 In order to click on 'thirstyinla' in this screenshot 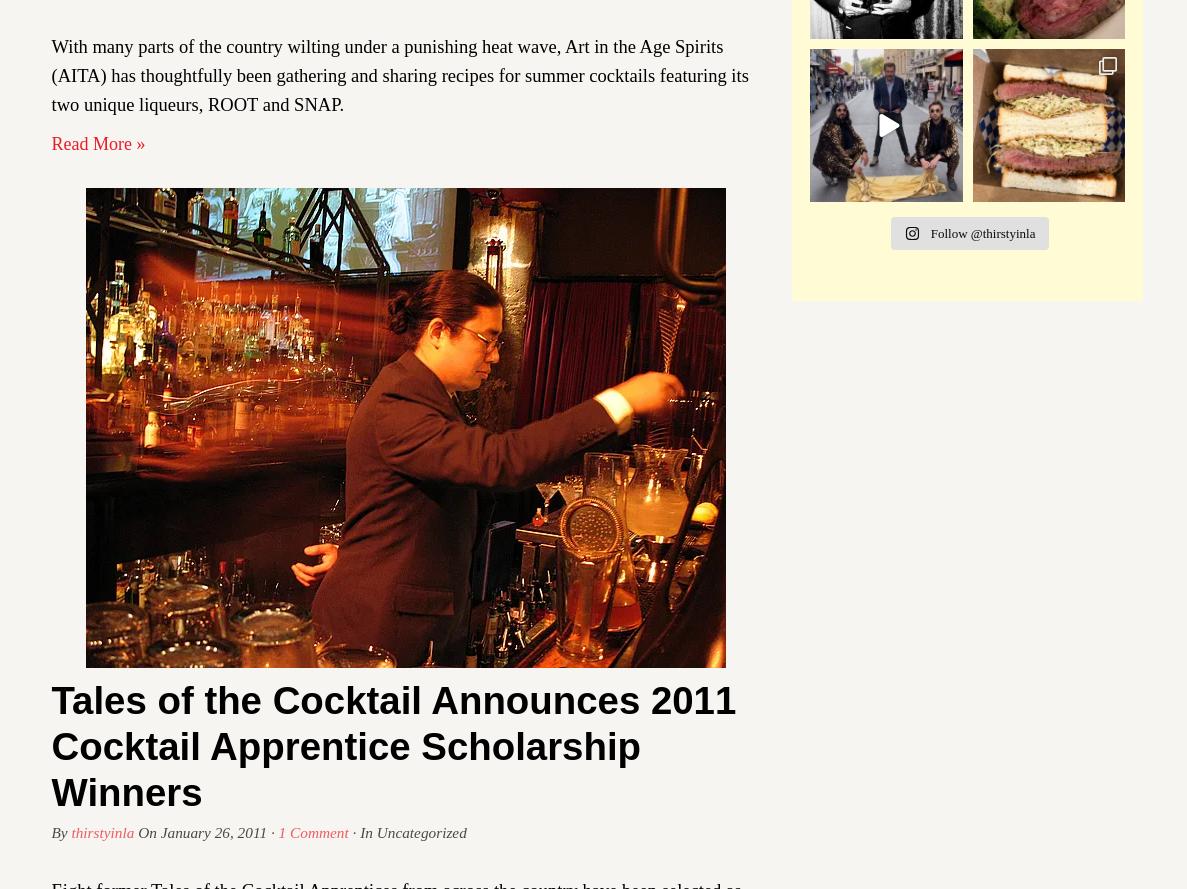, I will do `click(102, 830)`.